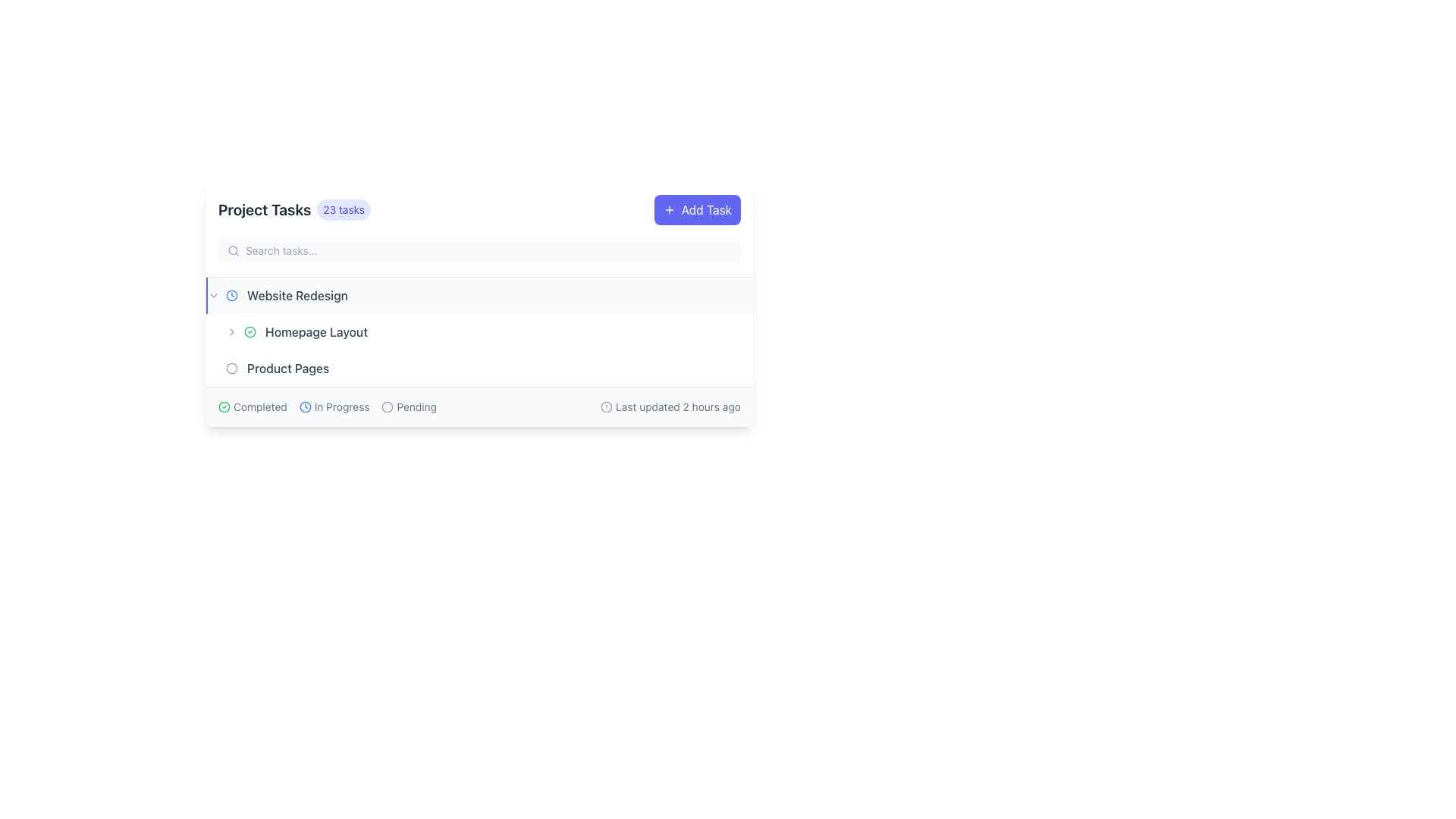 The height and width of the screenshot is (819, 1456). Describe the element at coordinates (294, 210) in the screenshot. I see `task summary displayed in the text label located in the top-left section of the interface, within the header-like bar` at that location.